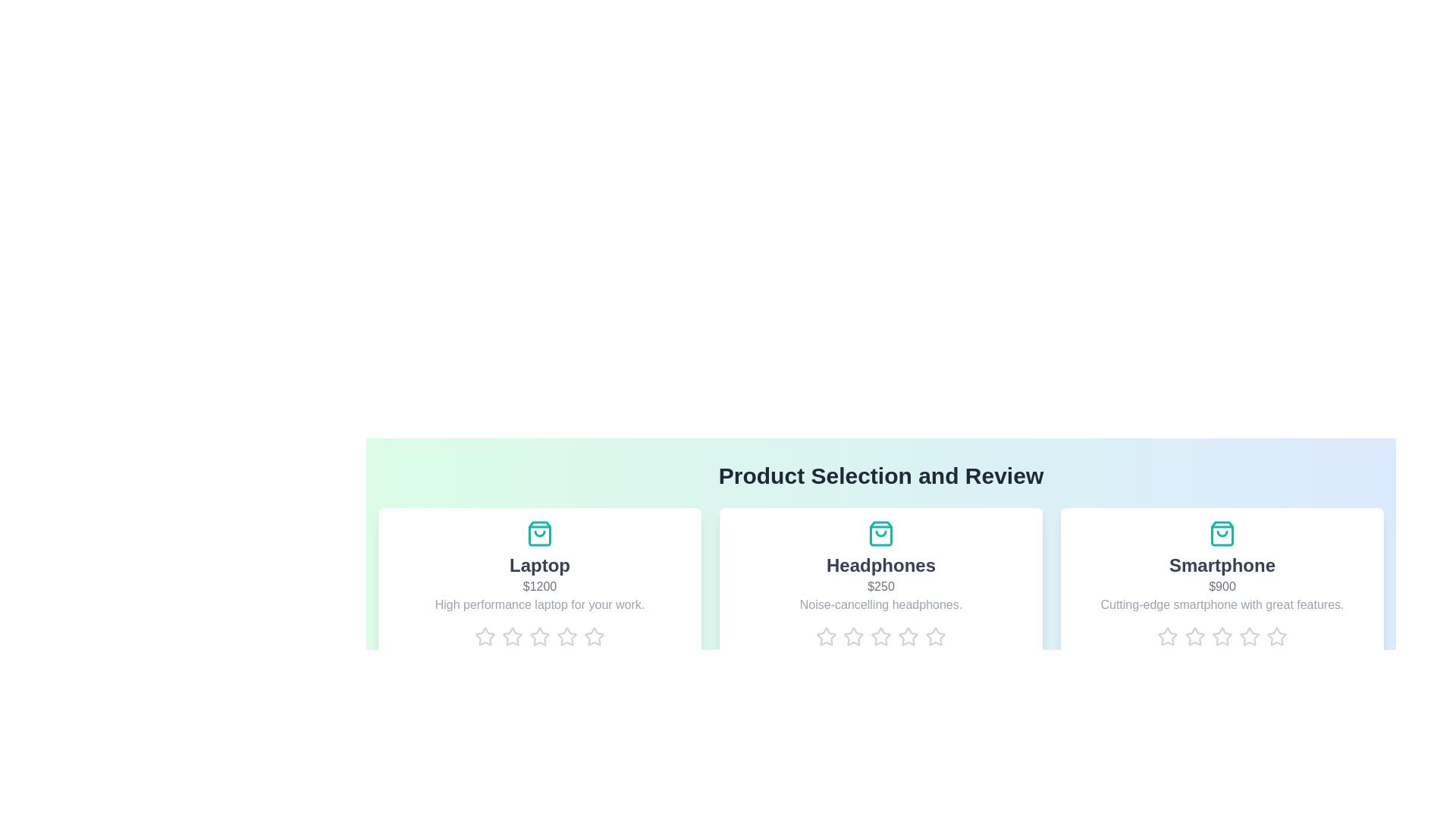 The height and width of the screenshot is (819, 1456). What do you see at coordinates (593, 637) in the screenshot?
I see `the rating for a product to 5 stars by clicking on the corresponding star icon` at bounding box center [593, 637].